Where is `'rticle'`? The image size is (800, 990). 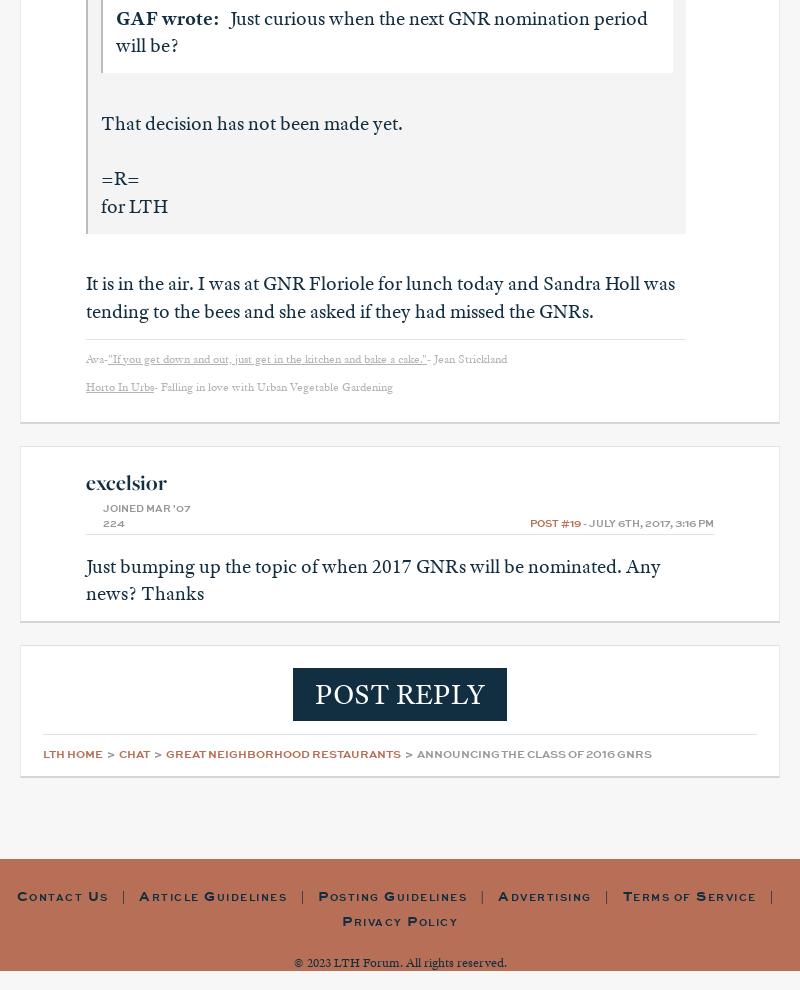 'rticle' is located at coordinates (174, 897).